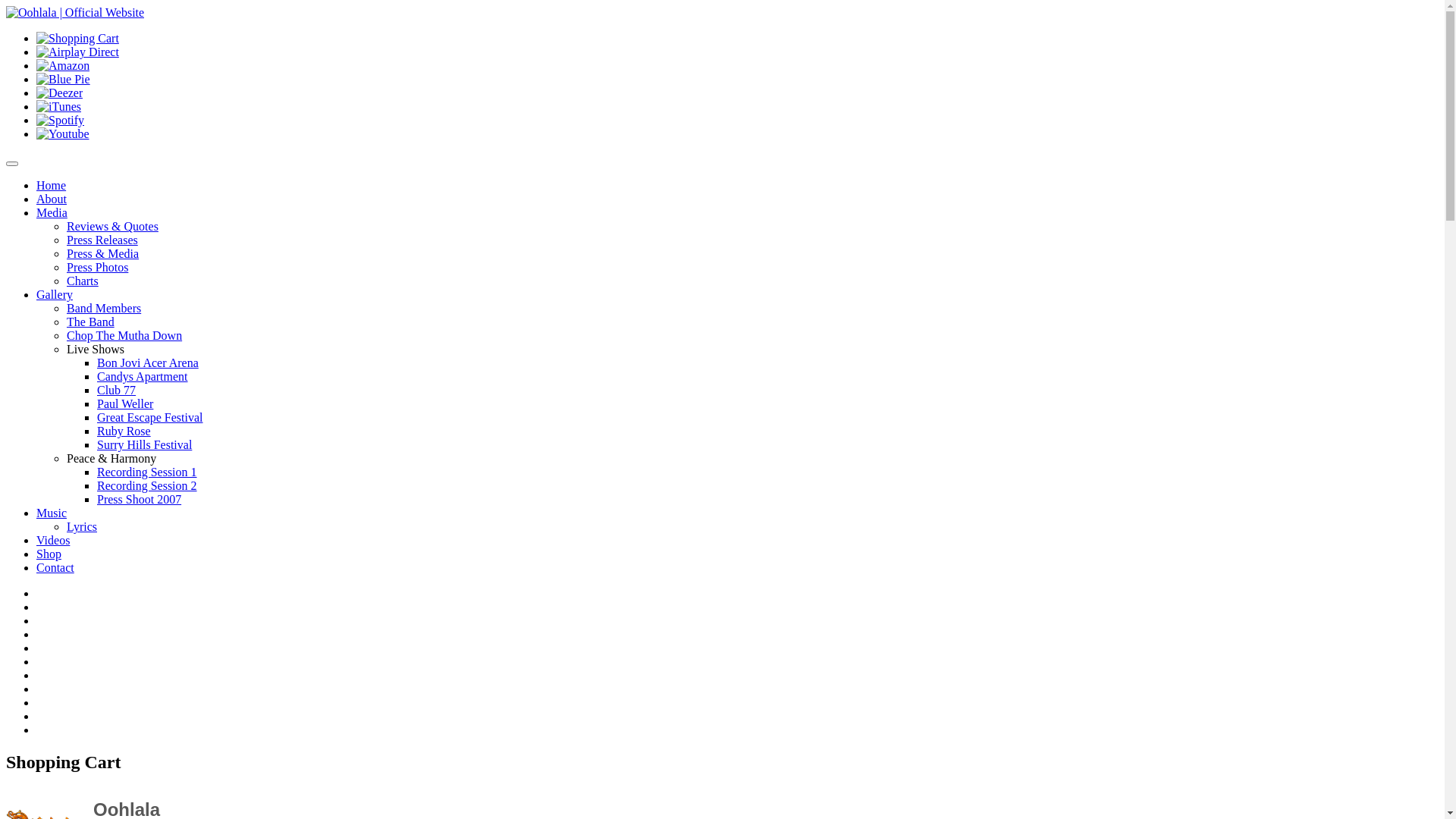 This screenshot has width=1456, height=819. What do you see at coordinates (65, 266) in the screenshot?
I see `'Press Photos'` at bounding box center [65, 266].